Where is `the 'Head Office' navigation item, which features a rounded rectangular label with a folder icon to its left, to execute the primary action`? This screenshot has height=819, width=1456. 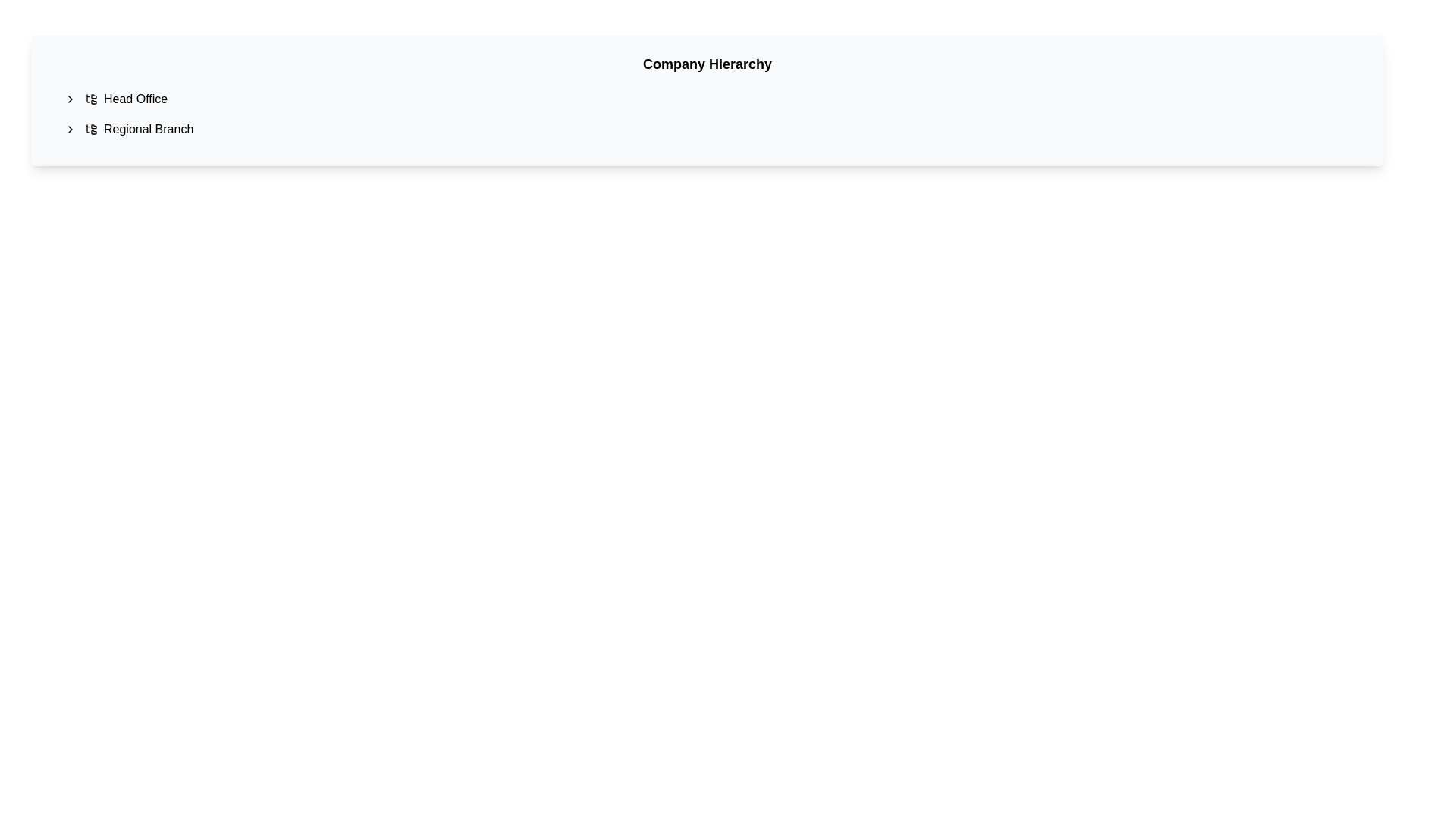
the 'Head Office' navigation item, which features a rounded rectangular label with a folder icon to its left, to execute the primary action is located at coordinates (127, 99).